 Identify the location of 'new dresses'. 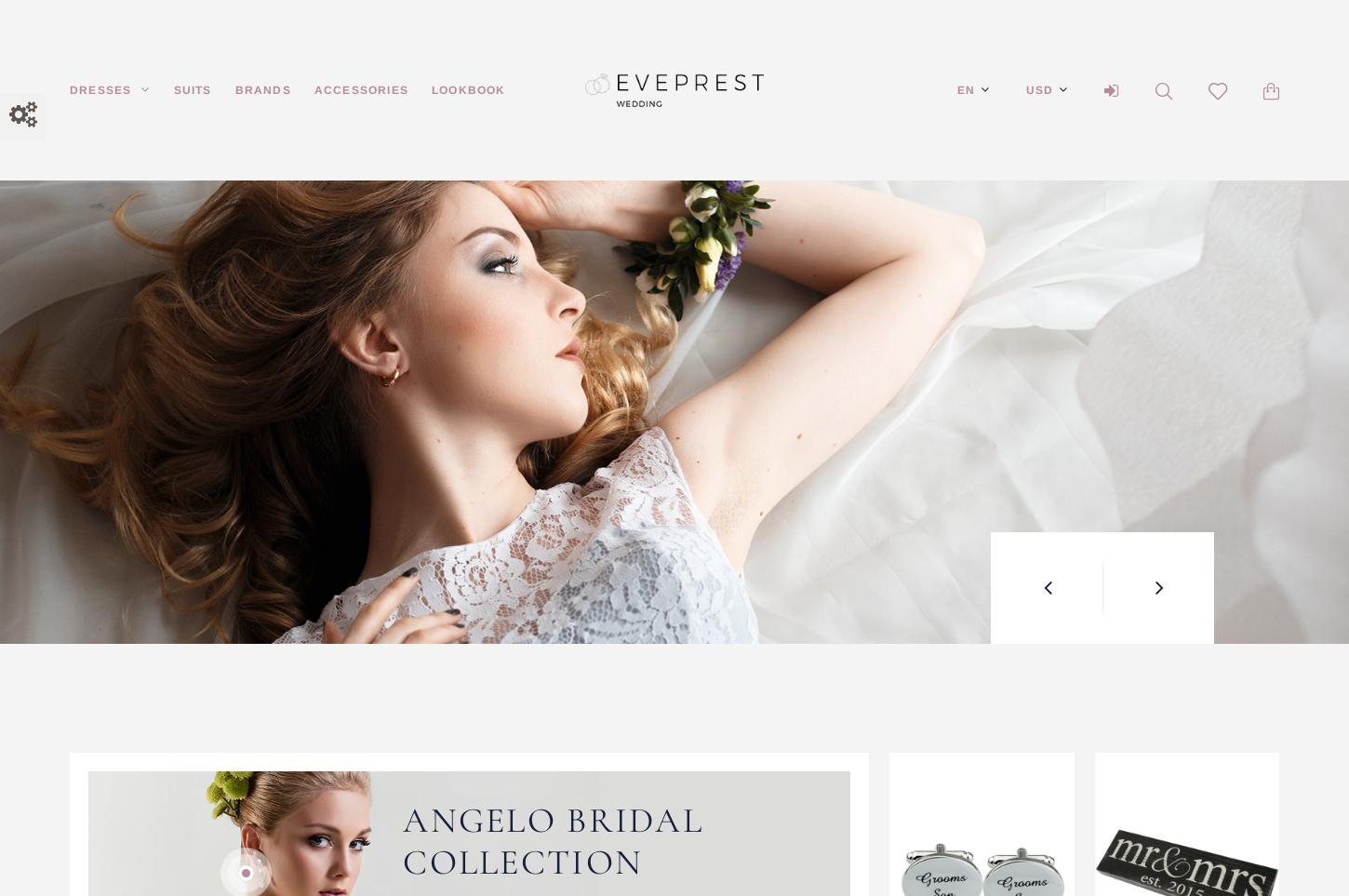
(812, 340).